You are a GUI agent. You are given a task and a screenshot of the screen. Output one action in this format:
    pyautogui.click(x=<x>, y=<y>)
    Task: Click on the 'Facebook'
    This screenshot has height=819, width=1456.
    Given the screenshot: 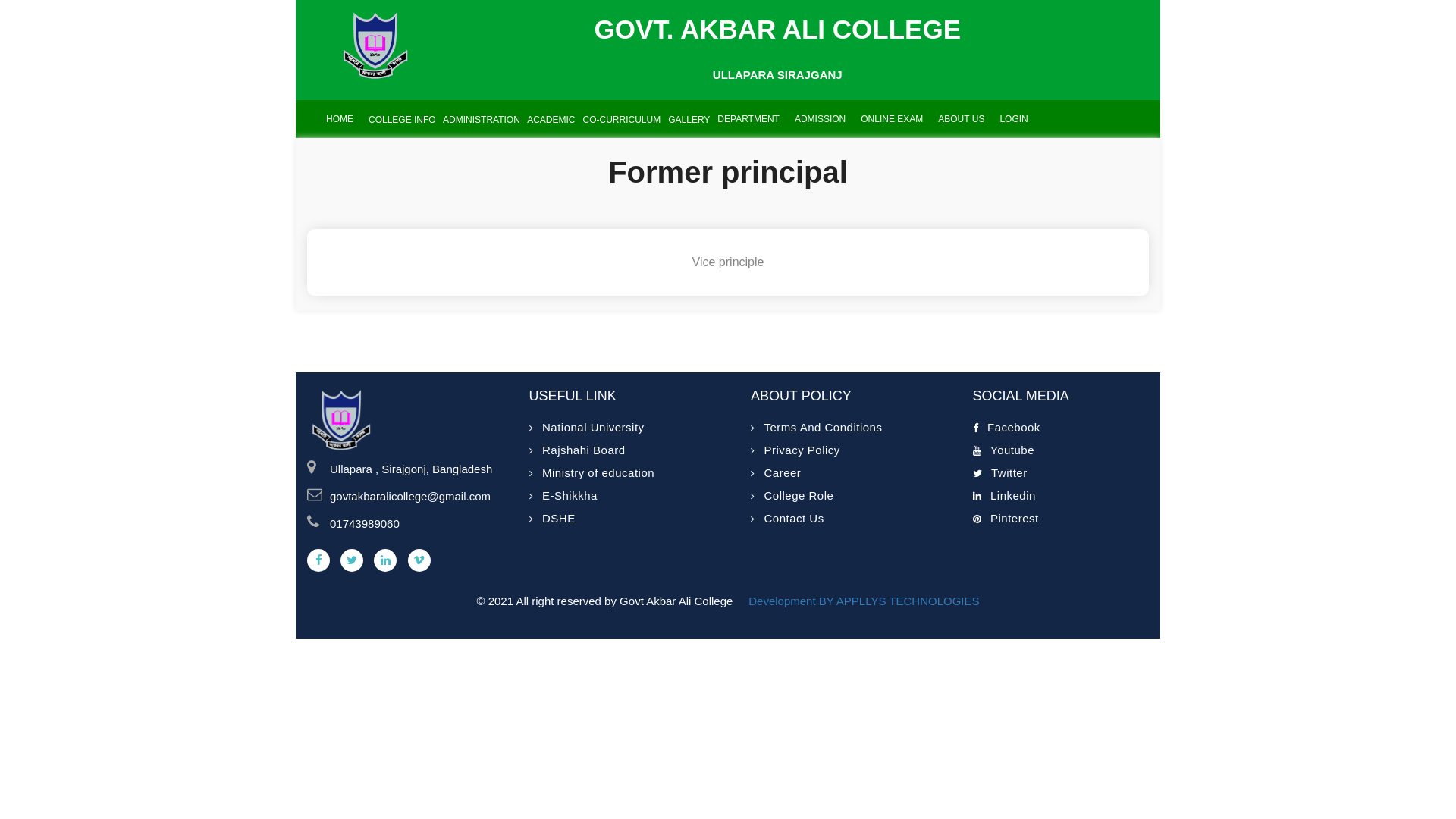 What is the action you would take?
    pyautogui.click(x=1006, y=427)
    